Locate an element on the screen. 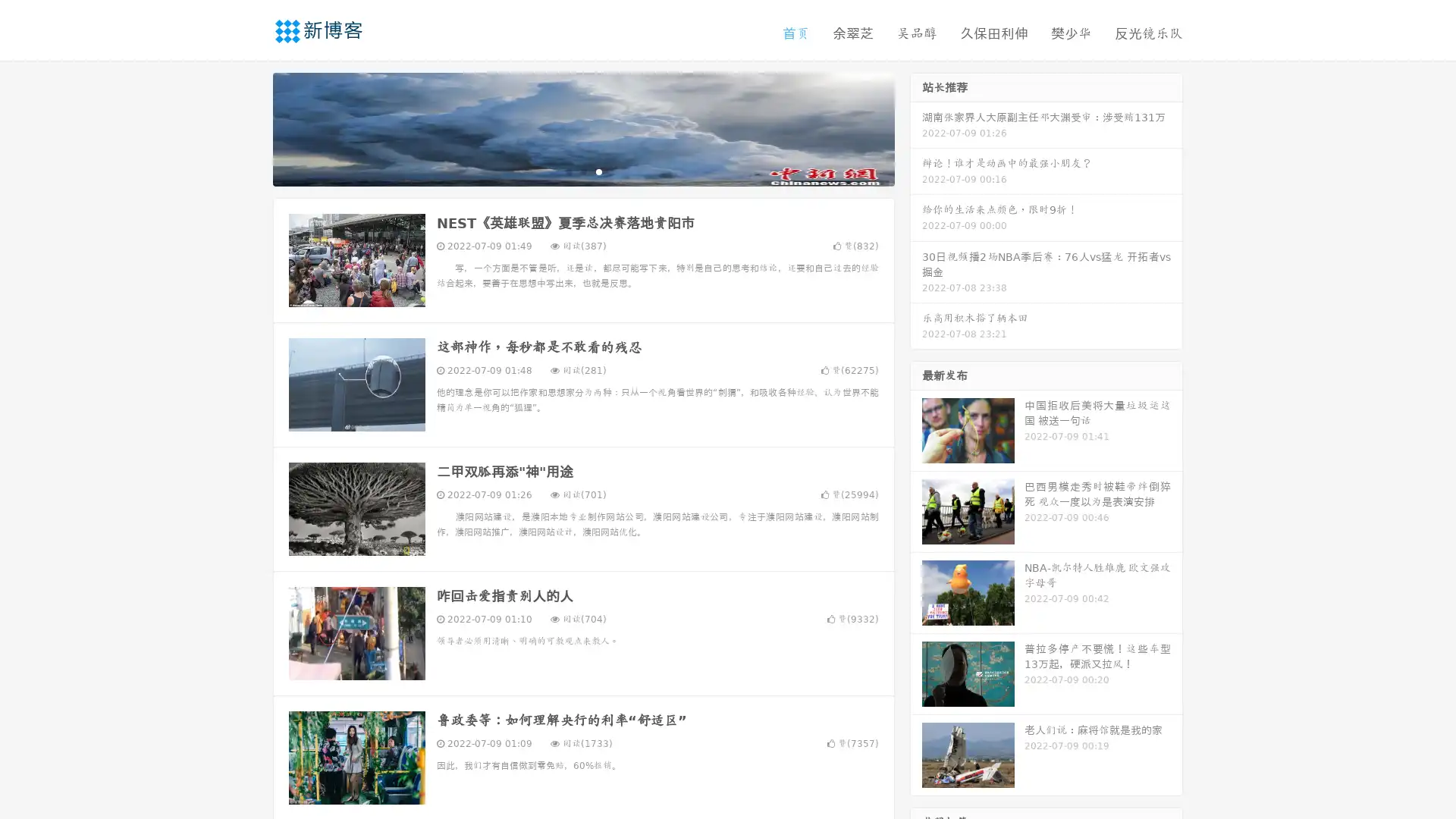 The image size is (1456, 819). Go to slide 3 is located at coordinates (598, 171).